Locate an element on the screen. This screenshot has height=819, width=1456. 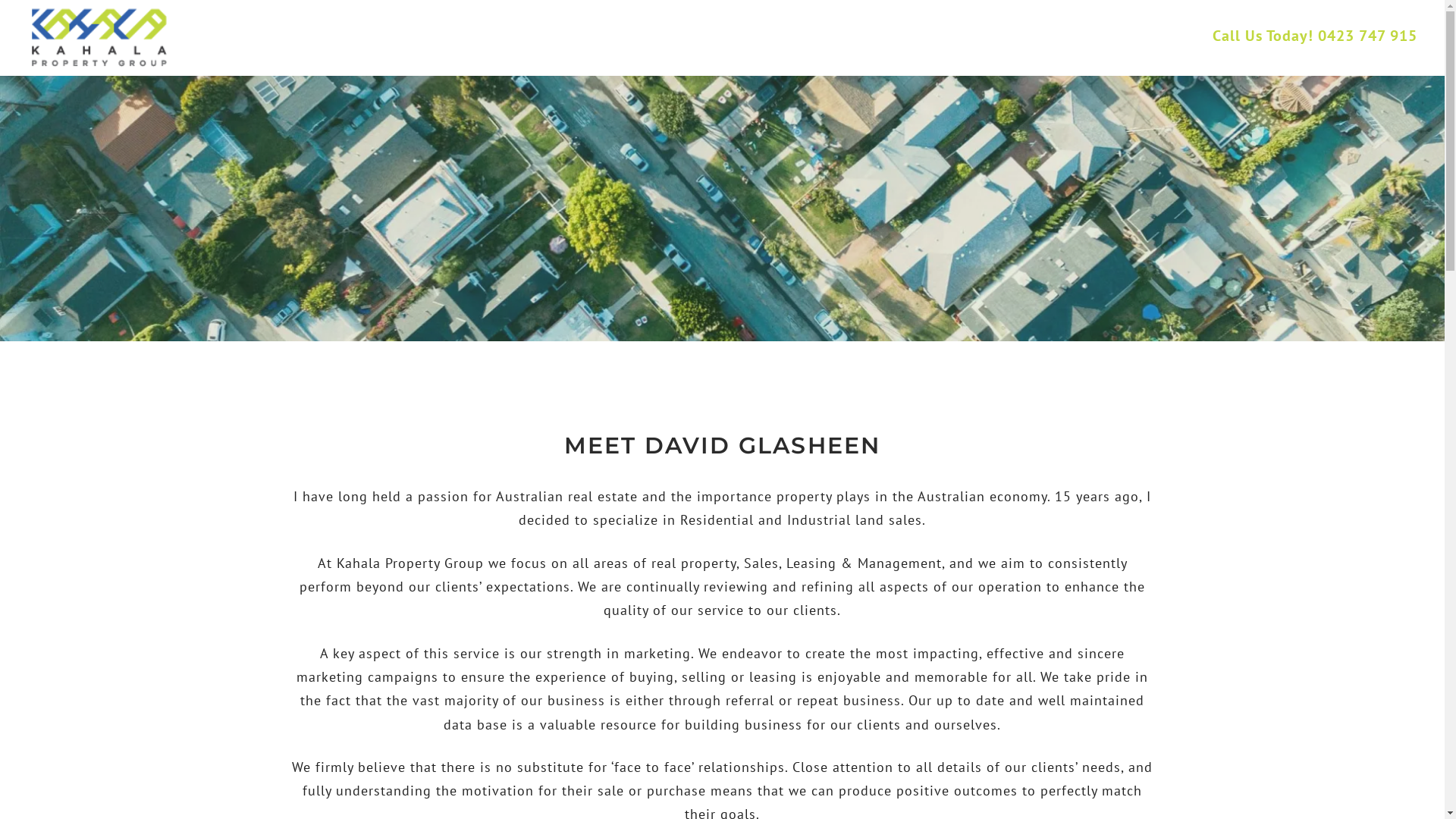
'Call Us Today! 0423 747 915' is located at coordinates (1313, 36).